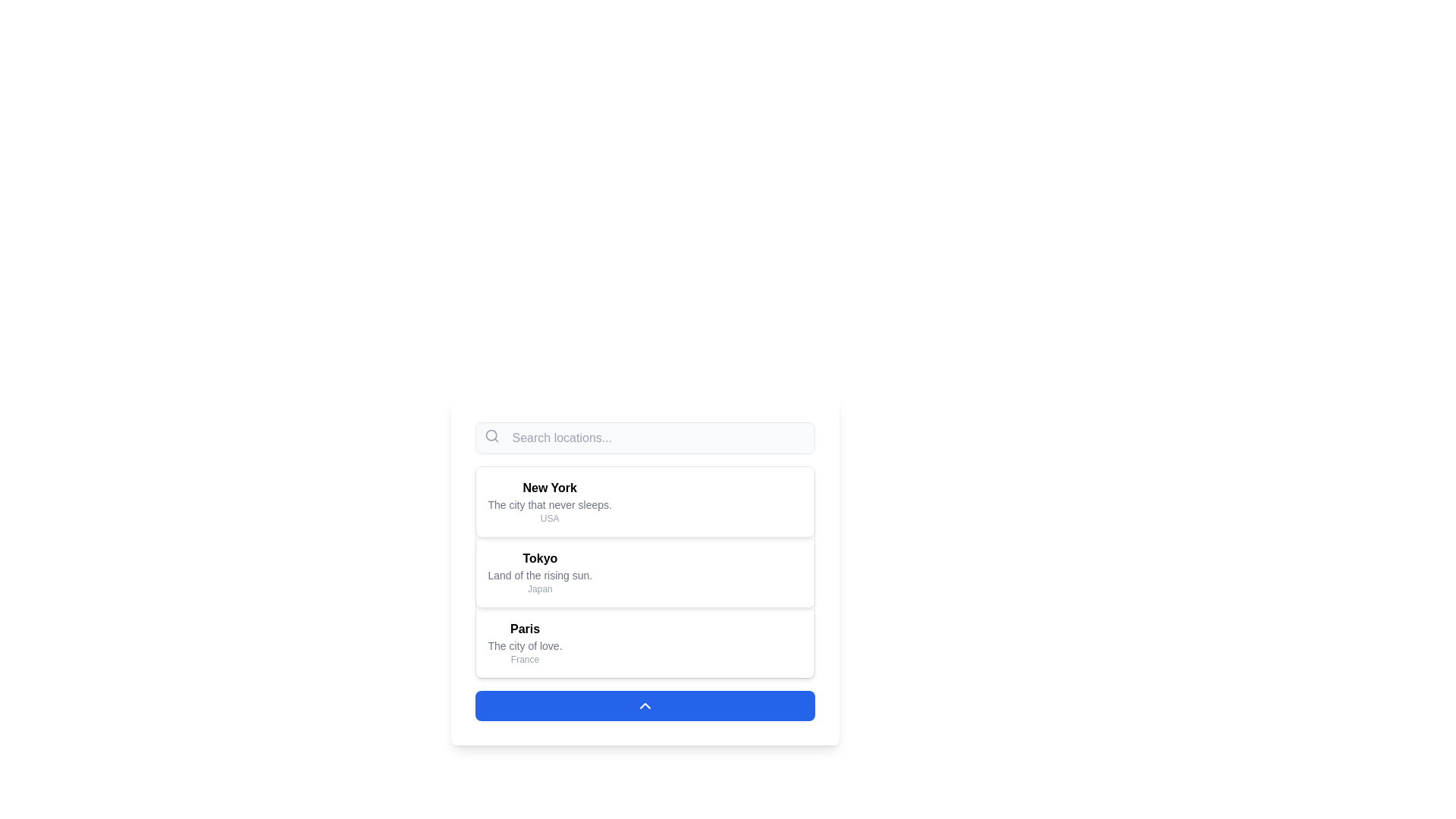 This screenshot has width=1456, height=819. What do you see at coordinates (645, 642) in the screenshot?
I see `the informational card representing the city Paris, which is the third card in a vertical list below New York and Tokyo` at bounding box center [645, 642].